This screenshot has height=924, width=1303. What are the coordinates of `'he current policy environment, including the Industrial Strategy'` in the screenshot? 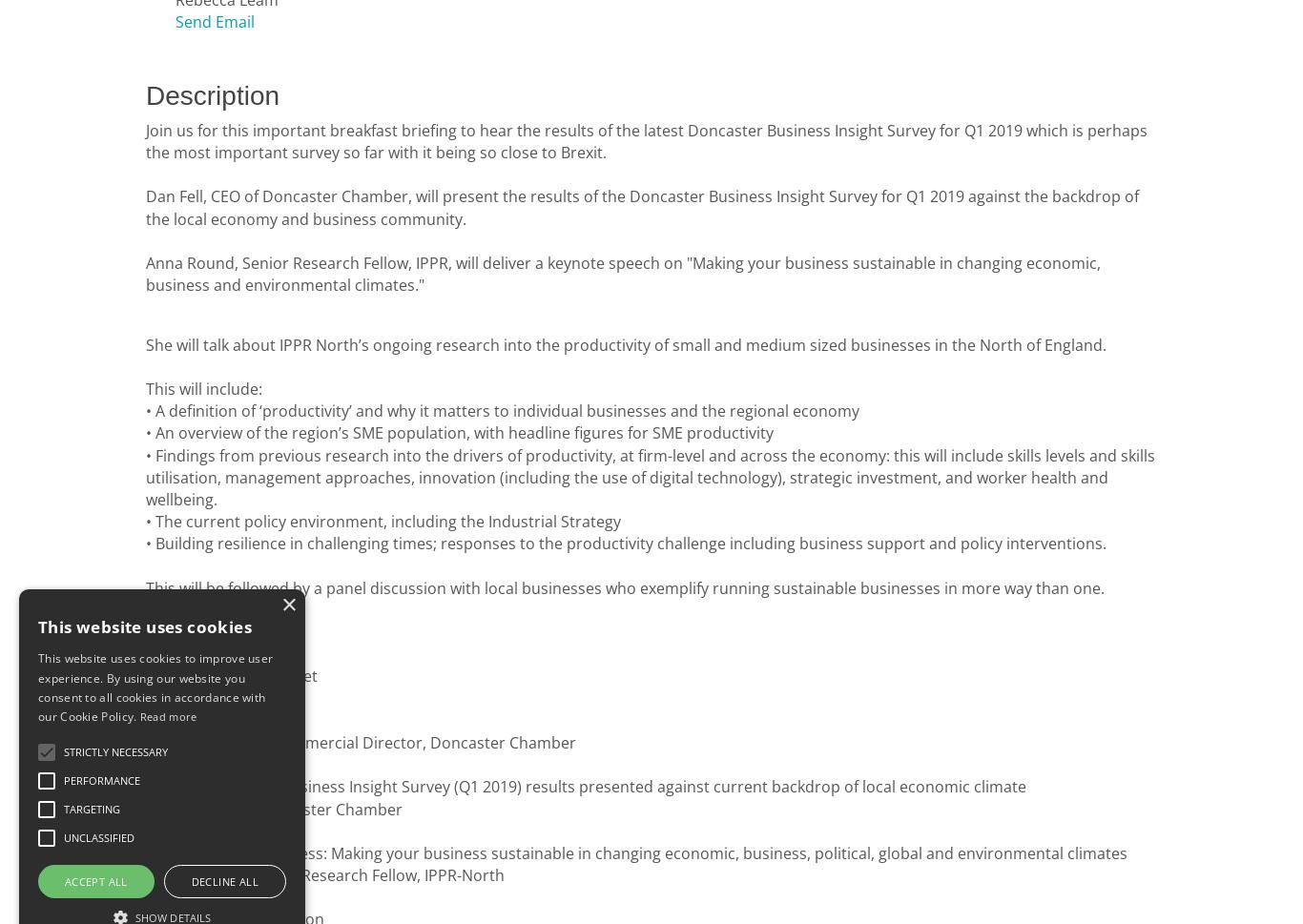 It's located at (391, 522).